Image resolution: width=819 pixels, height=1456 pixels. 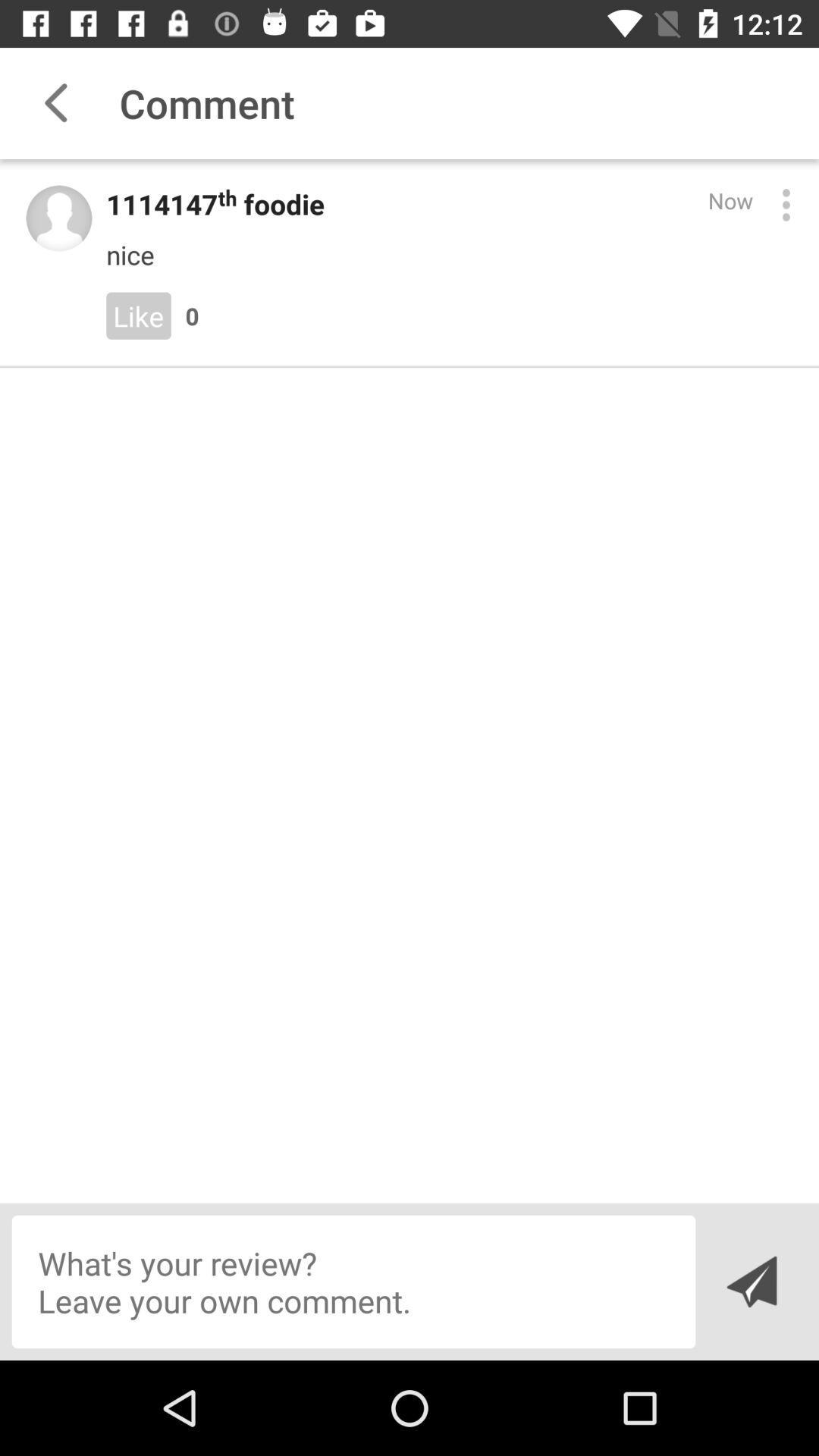 I want to click on coment text box, so click(x=353, y=1281).